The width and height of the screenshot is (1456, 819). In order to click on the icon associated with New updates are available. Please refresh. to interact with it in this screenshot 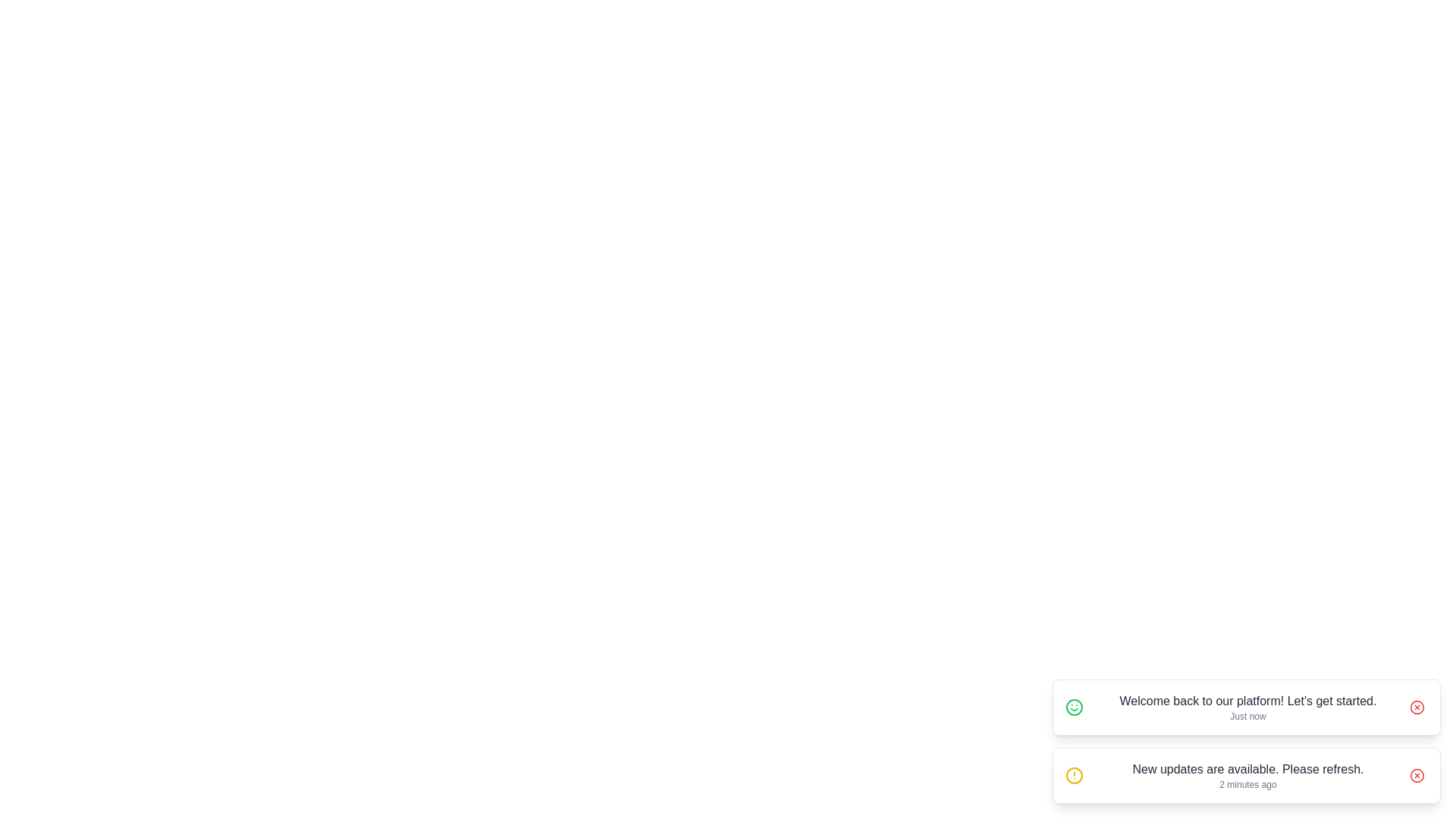, I will do `click(1073, 775)`.